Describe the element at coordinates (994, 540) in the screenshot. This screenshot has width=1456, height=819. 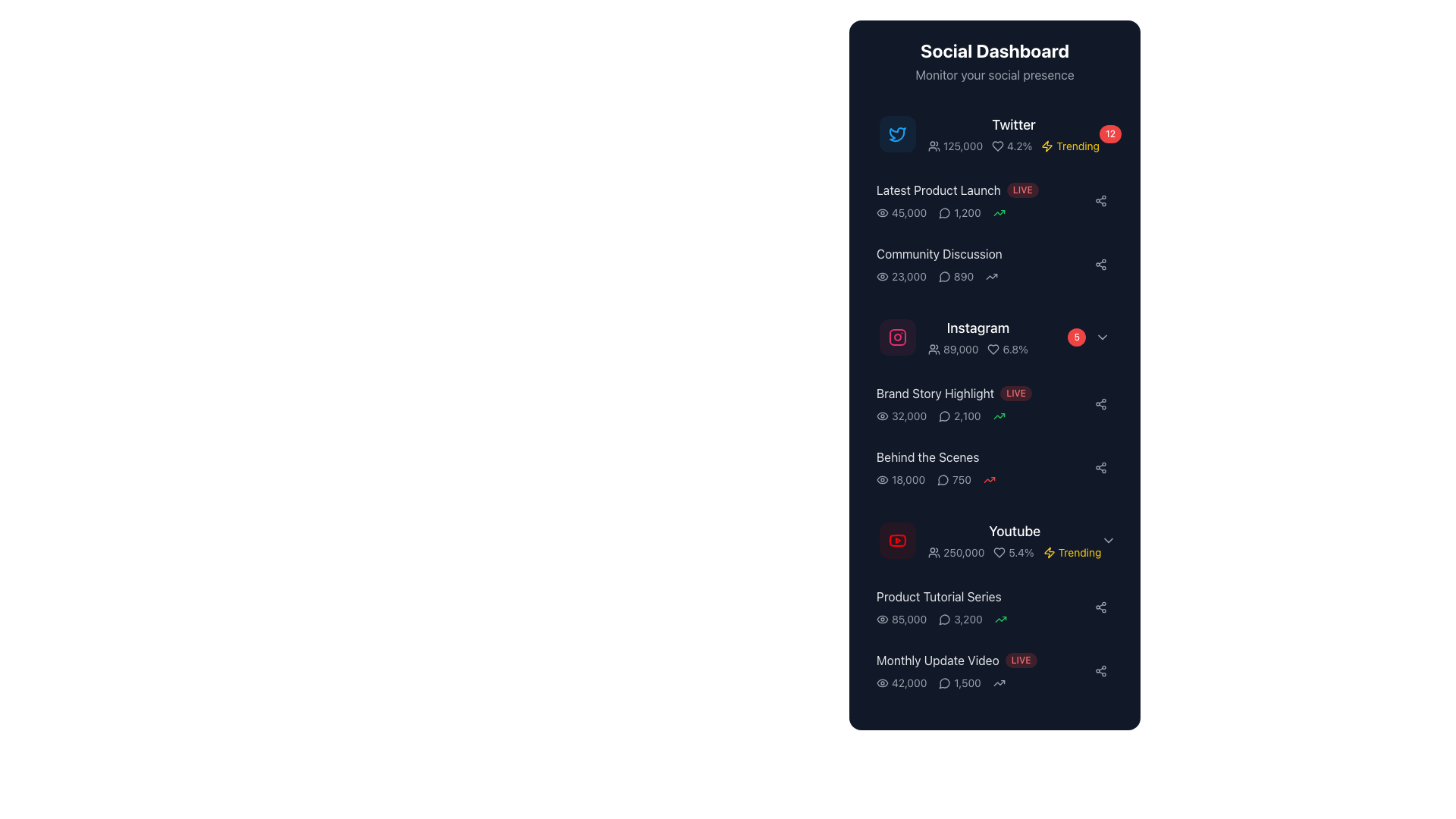
I see `the fourth interactive card in the YouTube metrics dashboard` at that location.